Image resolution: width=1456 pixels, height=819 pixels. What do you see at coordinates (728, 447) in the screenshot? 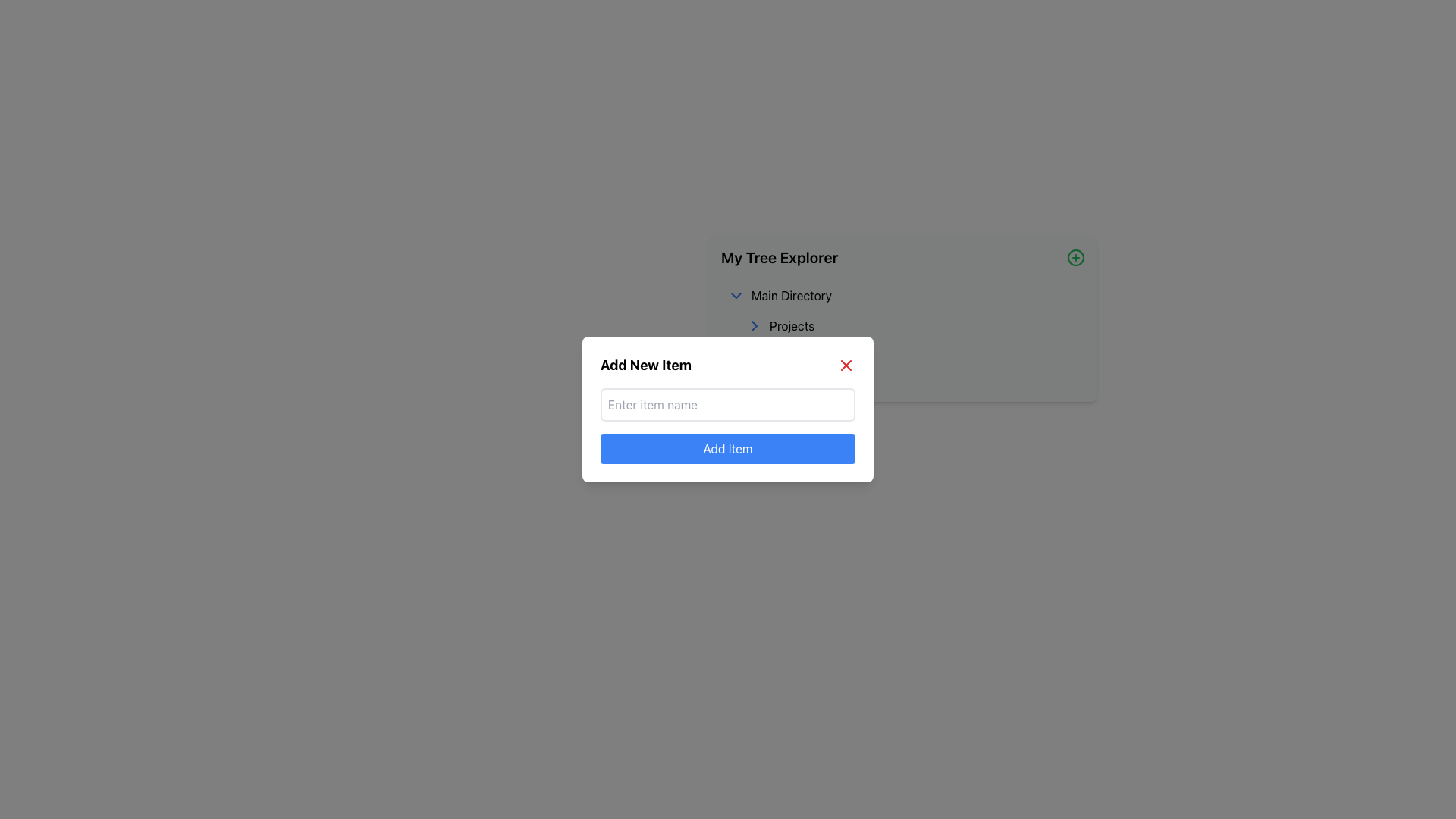
I see `the 'Submit' button located at the bottom center of the 'Add New Item' modal dialog box` at bounding box center [728, 447].